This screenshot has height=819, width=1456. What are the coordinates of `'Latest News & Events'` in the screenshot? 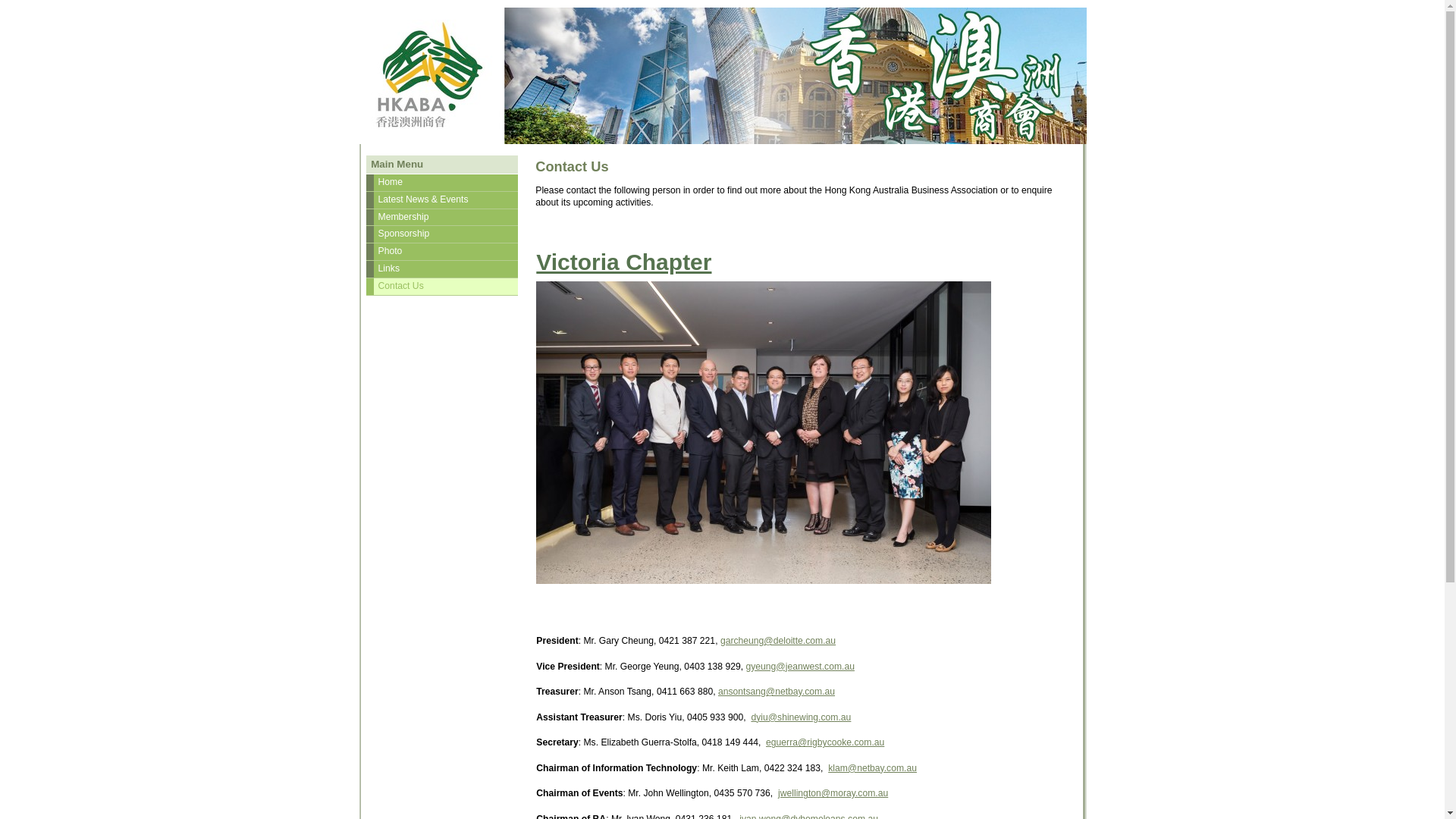 It's located at (441, 199).